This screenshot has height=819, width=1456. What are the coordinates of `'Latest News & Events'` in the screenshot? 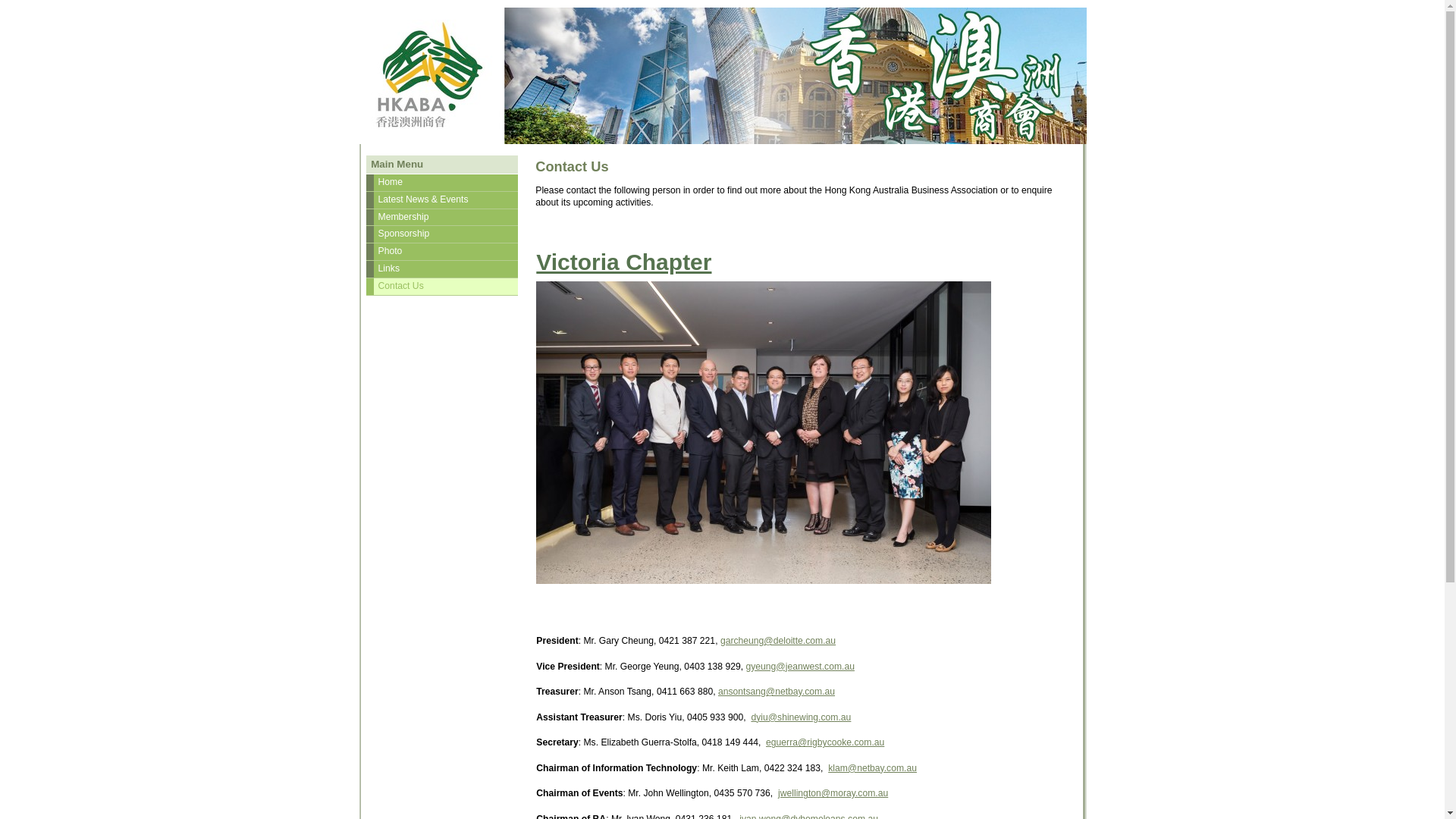 It's located at (441, 199).